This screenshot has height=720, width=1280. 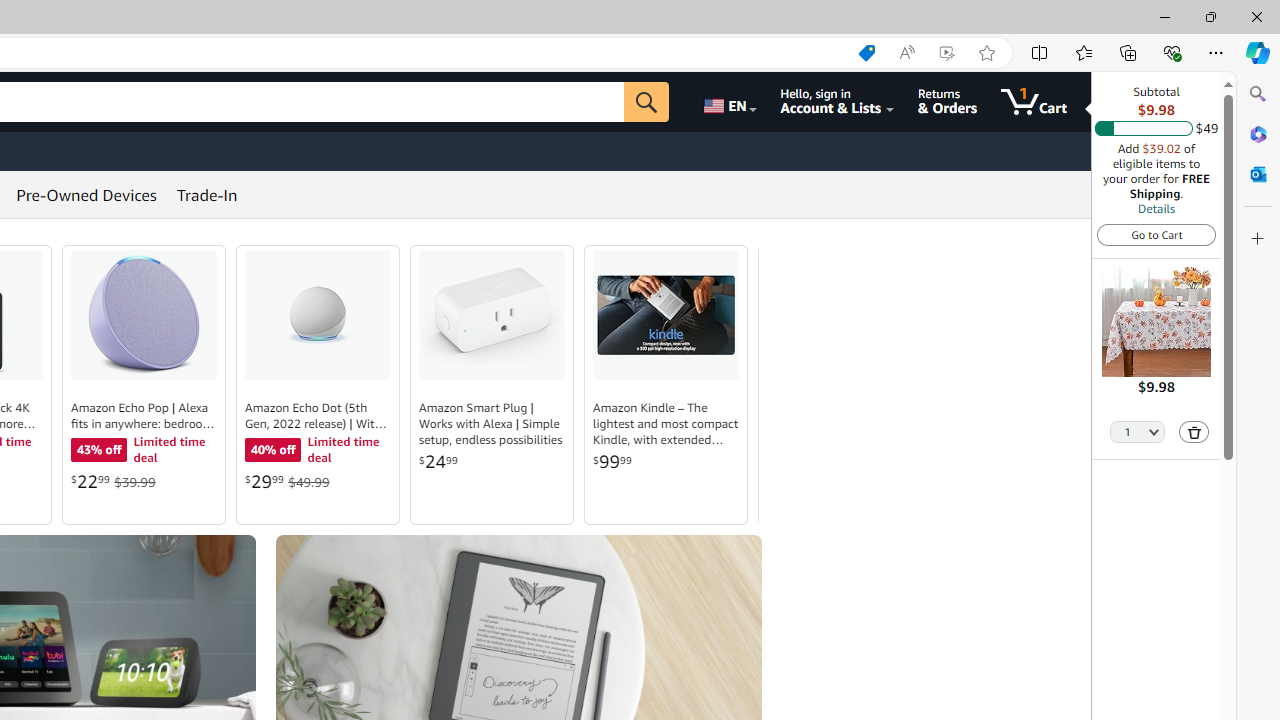 I want to click on 'Pre-Owned Devices', so click(x=85, y=195).